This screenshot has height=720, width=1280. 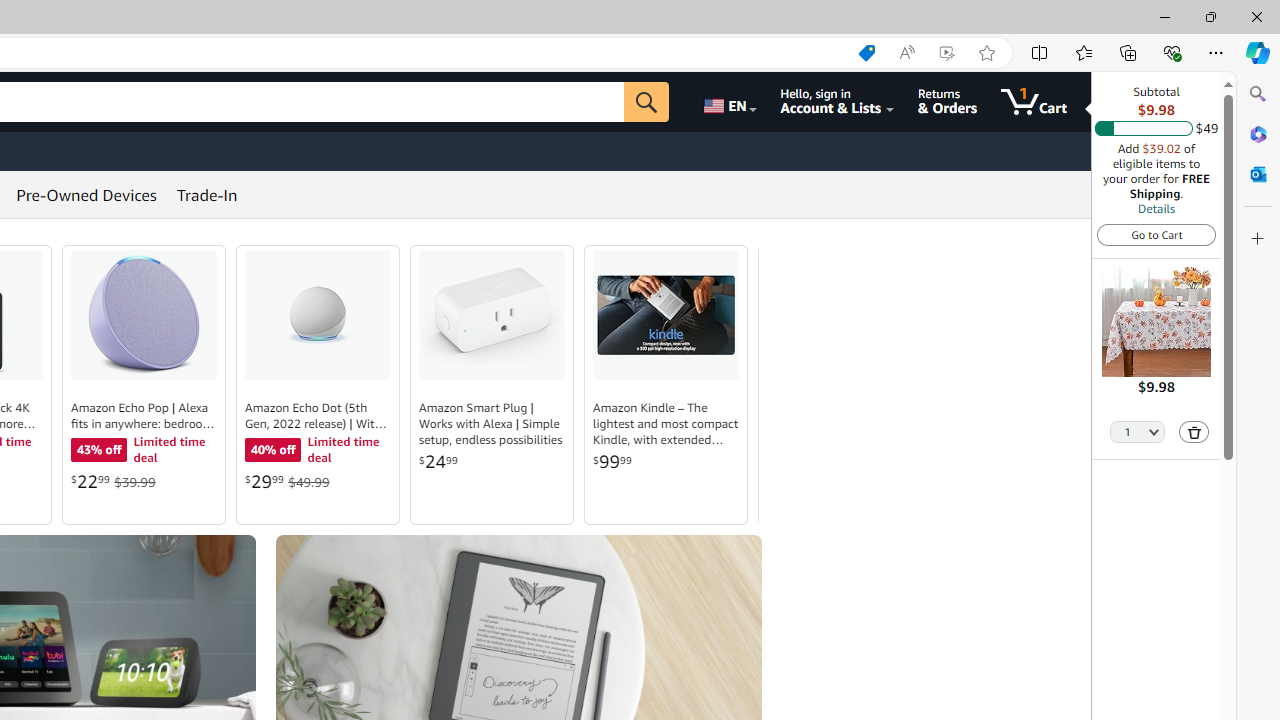 I want to click on 'Pre-Owned Devices', so click(x=85, y=195).